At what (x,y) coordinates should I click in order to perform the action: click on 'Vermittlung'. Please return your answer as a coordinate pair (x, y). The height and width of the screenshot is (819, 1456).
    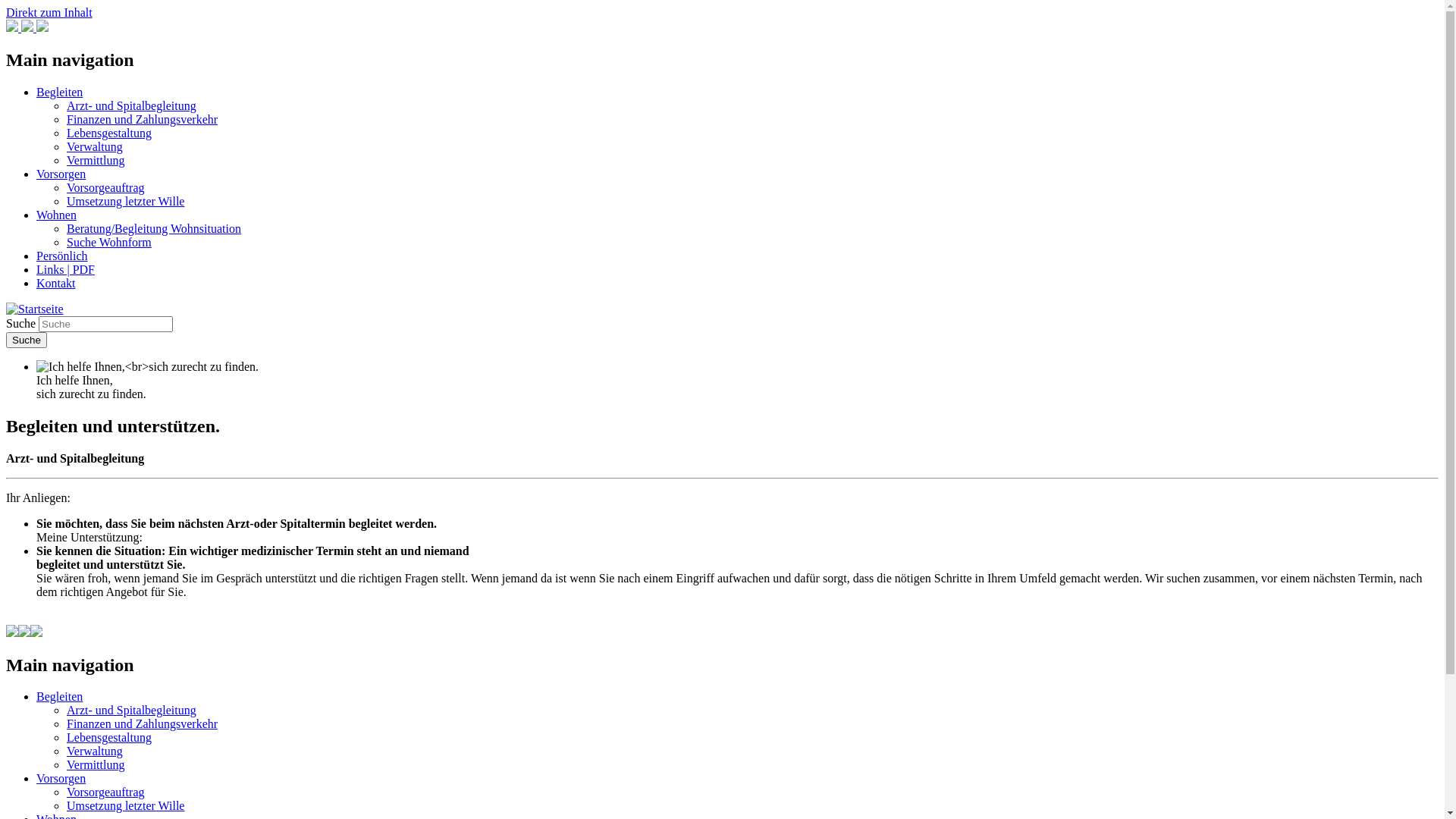
    Looking at the image, I should click on (94, 160).